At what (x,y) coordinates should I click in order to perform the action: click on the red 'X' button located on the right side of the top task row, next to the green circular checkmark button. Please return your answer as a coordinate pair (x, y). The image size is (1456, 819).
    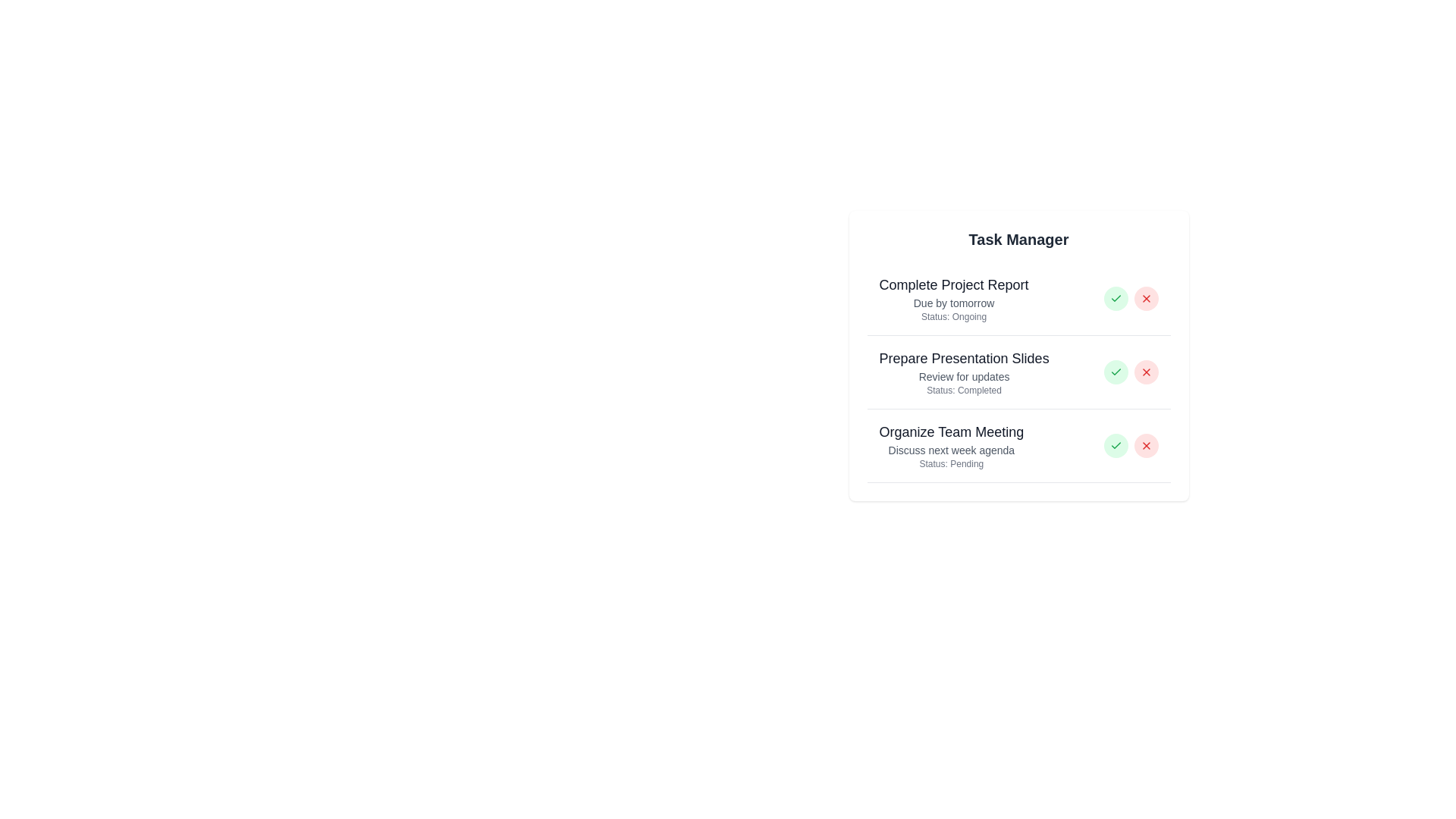
    Looking at the image, I should click on (1146, 298).